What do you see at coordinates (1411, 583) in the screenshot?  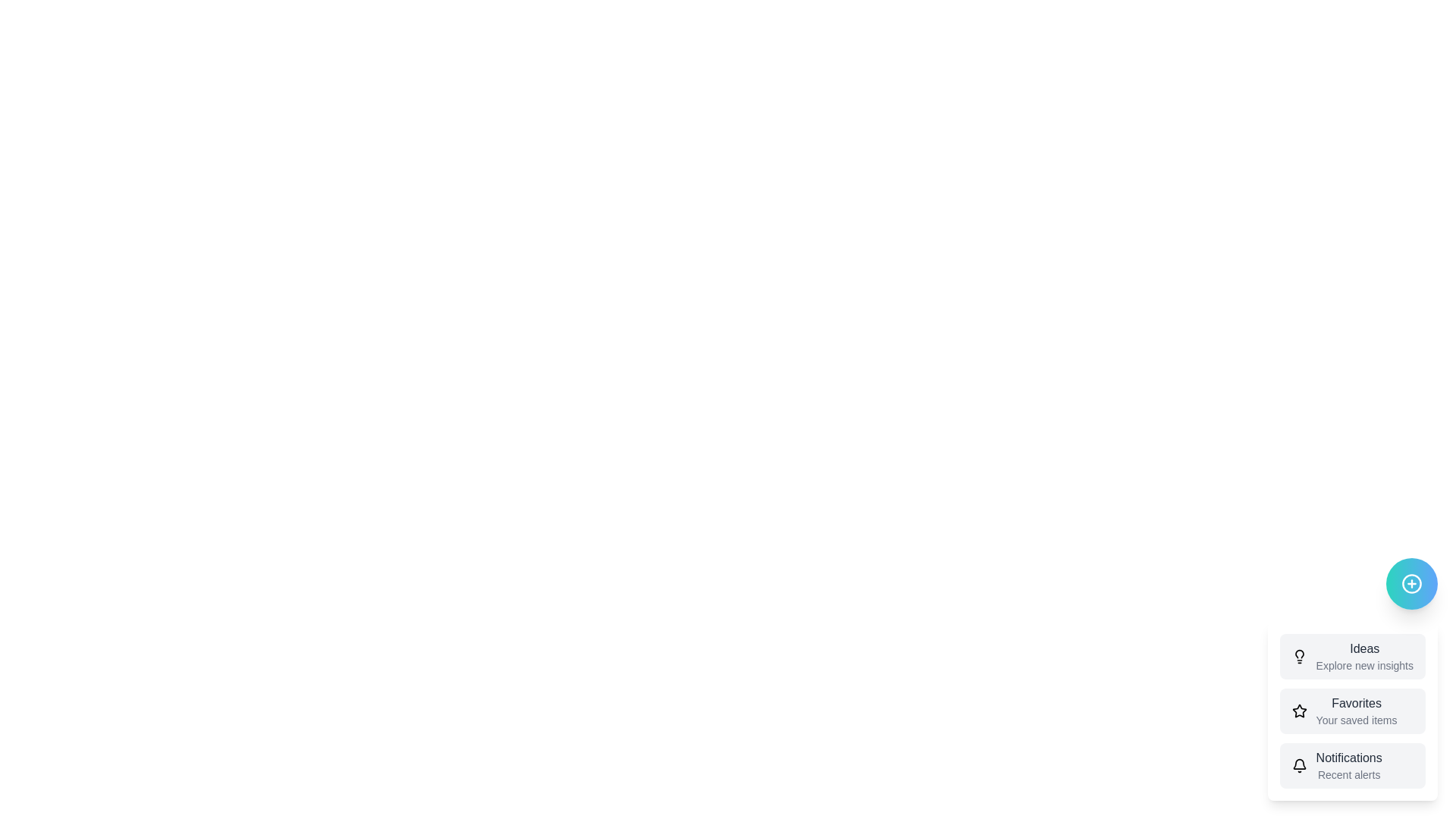 I see `the circular icon button with a plus sign, located in the bottom-right corner of the interface, above the action buttons labeled 'Ideas,' 'Favorites,' and 'Notifications.'` at bounding box center [1411, 583].